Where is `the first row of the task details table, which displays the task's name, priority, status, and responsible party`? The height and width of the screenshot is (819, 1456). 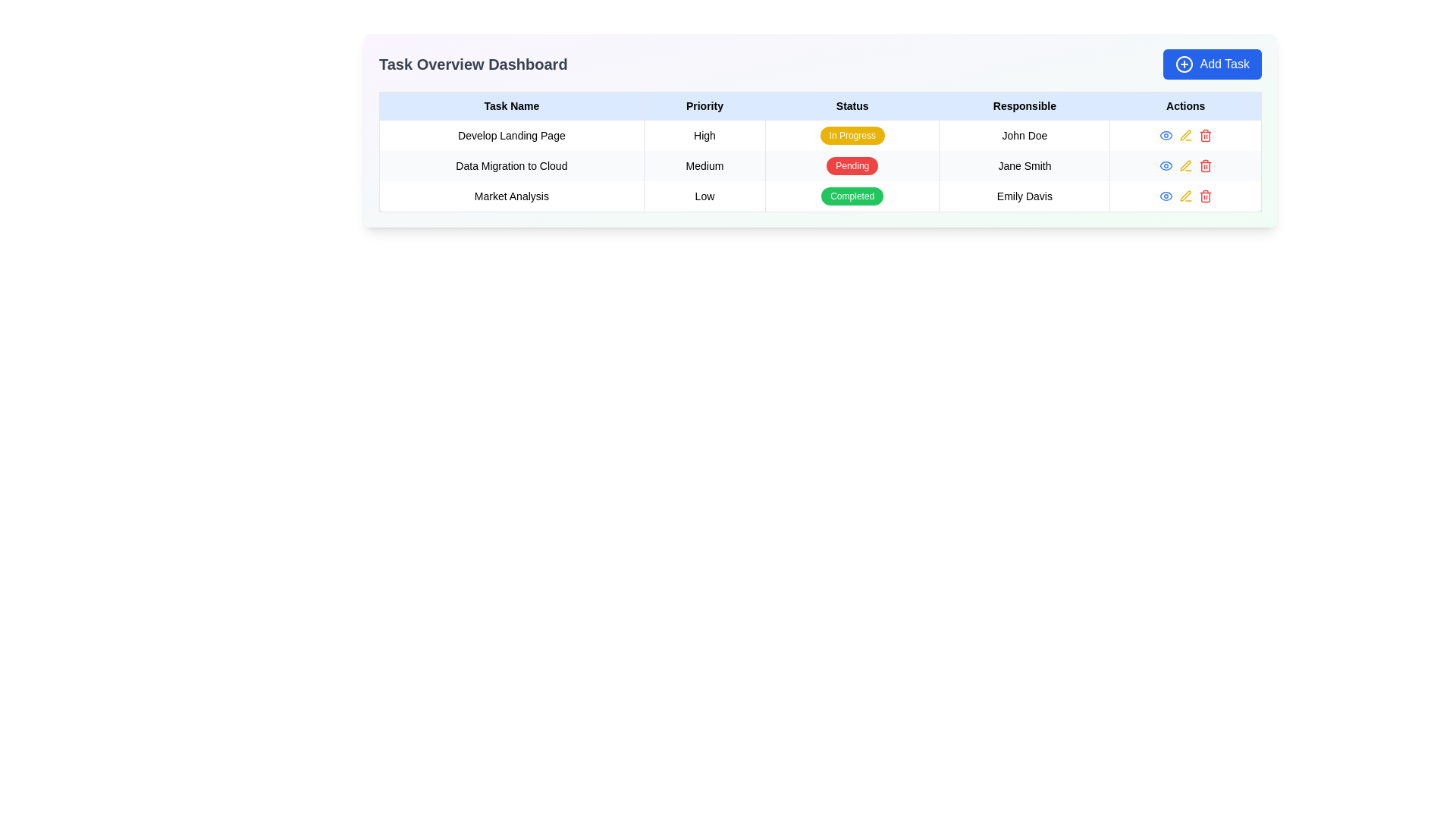
the first row of the task details table, which displays the task's name, priority, status, and responsible party is located at coordinates (819, 134).